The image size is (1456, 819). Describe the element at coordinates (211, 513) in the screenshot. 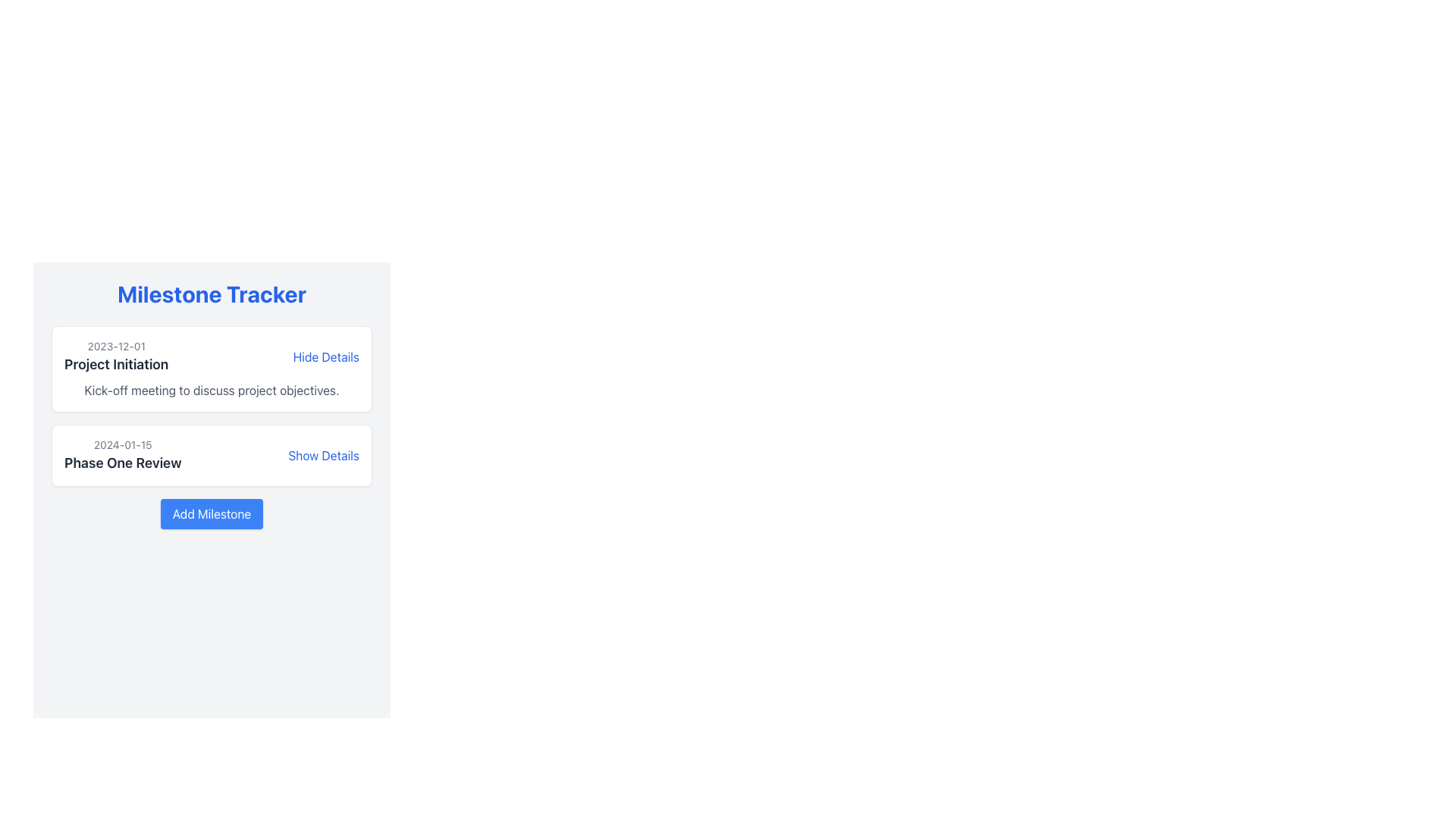

I see `the rectangular button with a blue background and white text reading 'Add Milestone'` at that location.